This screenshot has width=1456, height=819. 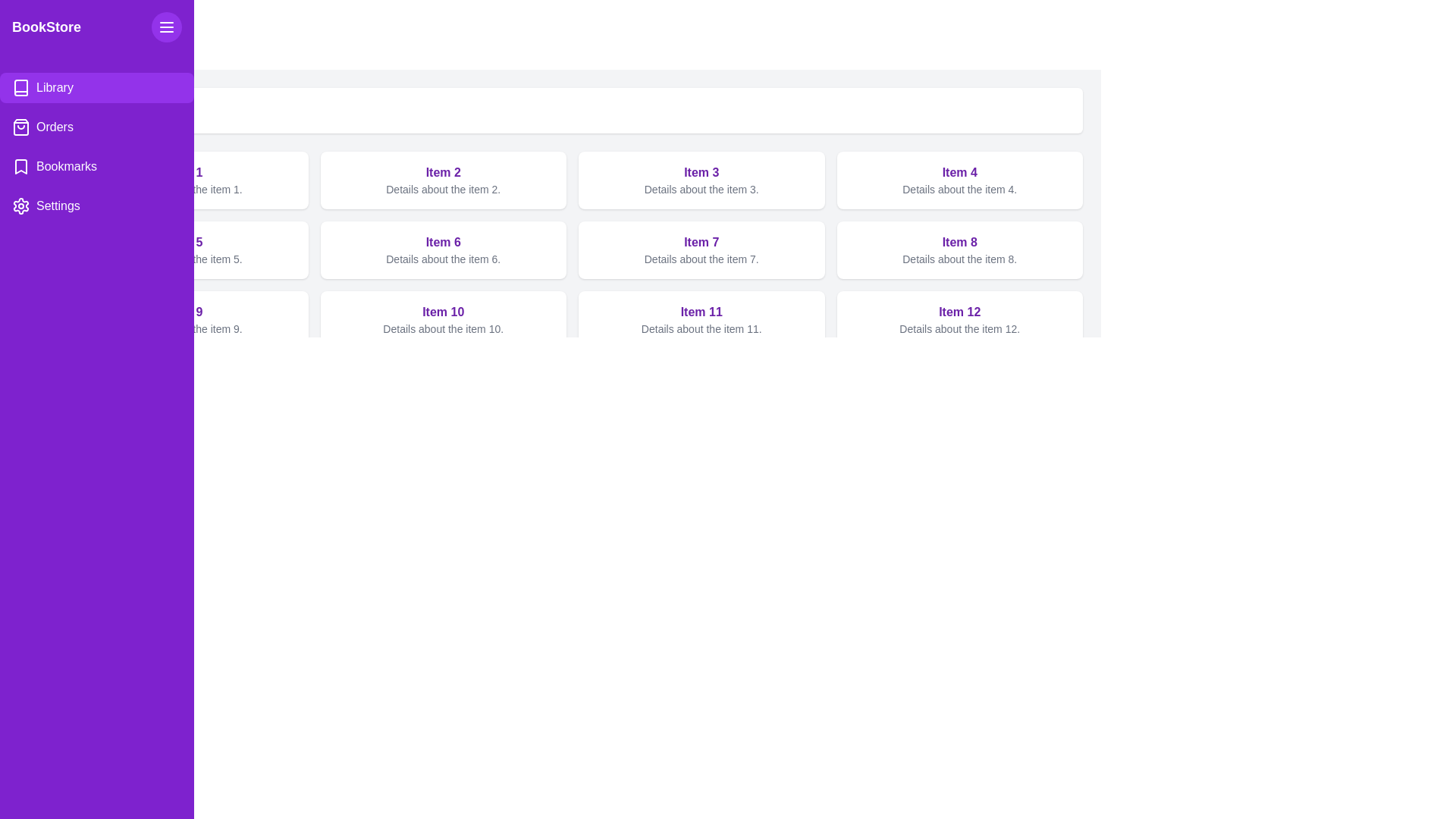 I want to click on the informational Text label located beneath the heading 'Item 12' in the twelfth card of the grid layout, so click(x=959, y=328).